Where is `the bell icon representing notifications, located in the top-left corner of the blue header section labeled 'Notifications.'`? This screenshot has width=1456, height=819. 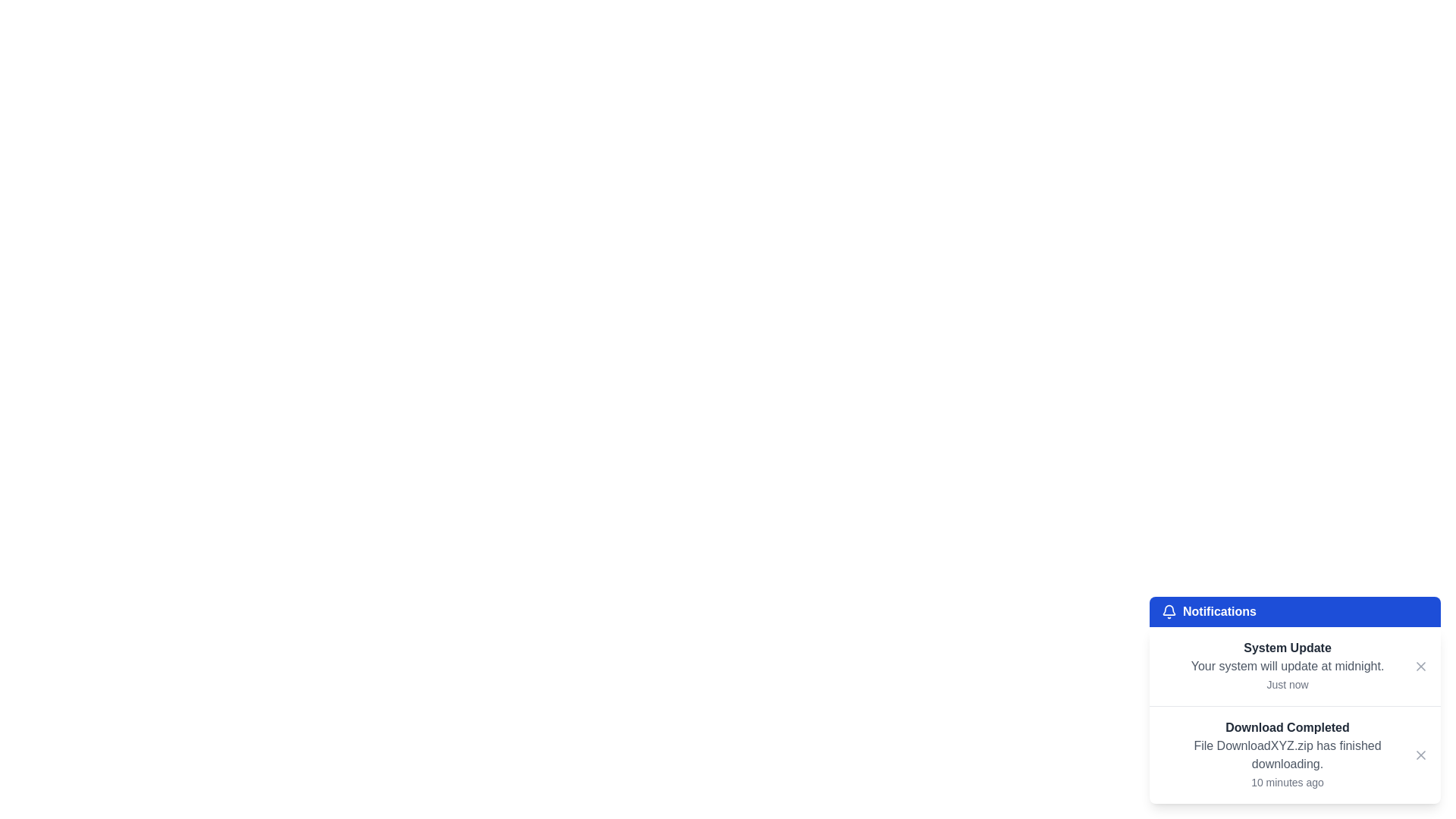 the bell icon representing notifications, located in the top-left corner of the blue header section labeled 'Notifications.' is located at coordinates (1168, 610).